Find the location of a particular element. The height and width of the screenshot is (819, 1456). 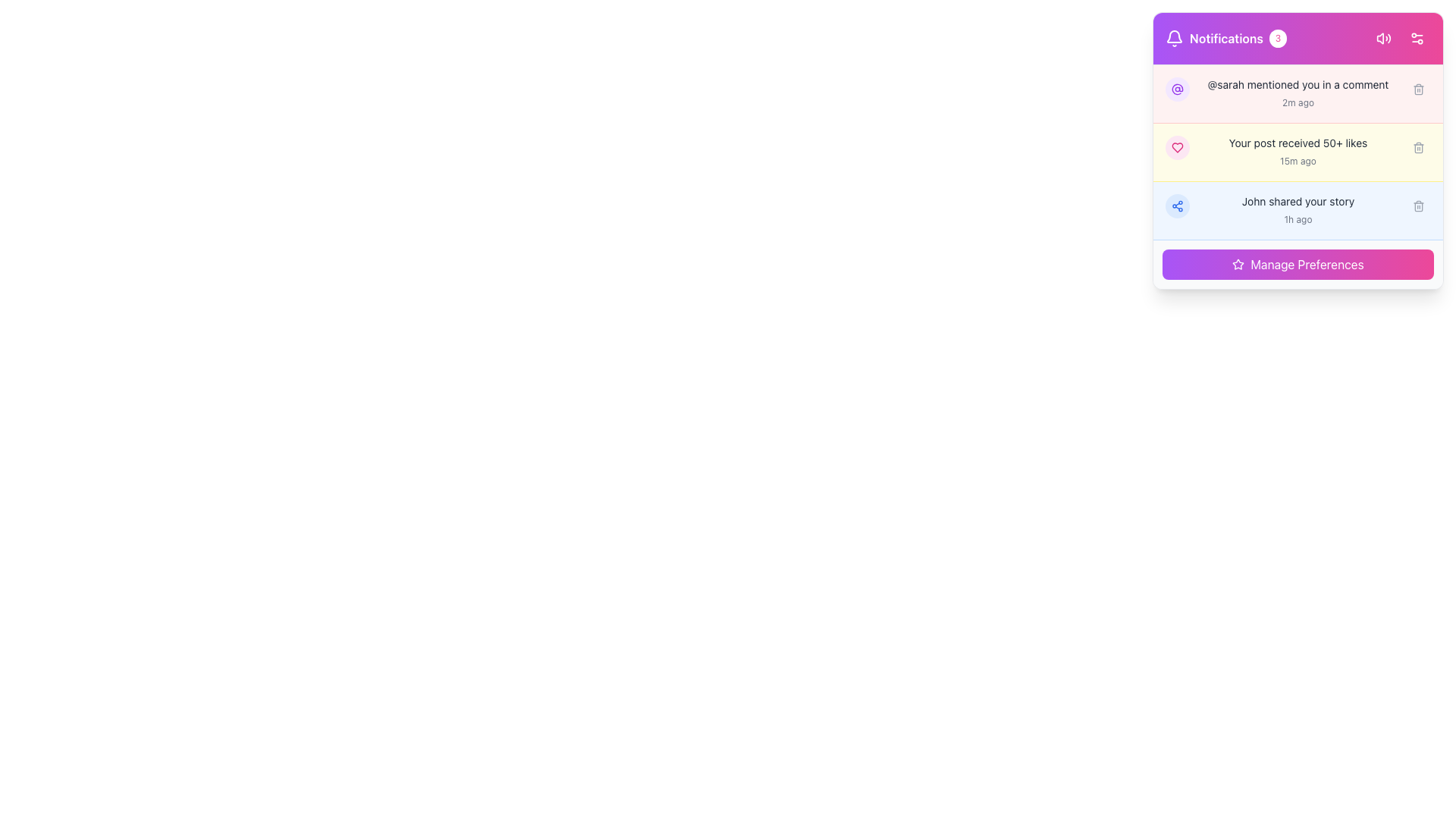

the trashcan icon located at the right edge of the second notification entry in the notification list is located at coordinates (1418, 148).